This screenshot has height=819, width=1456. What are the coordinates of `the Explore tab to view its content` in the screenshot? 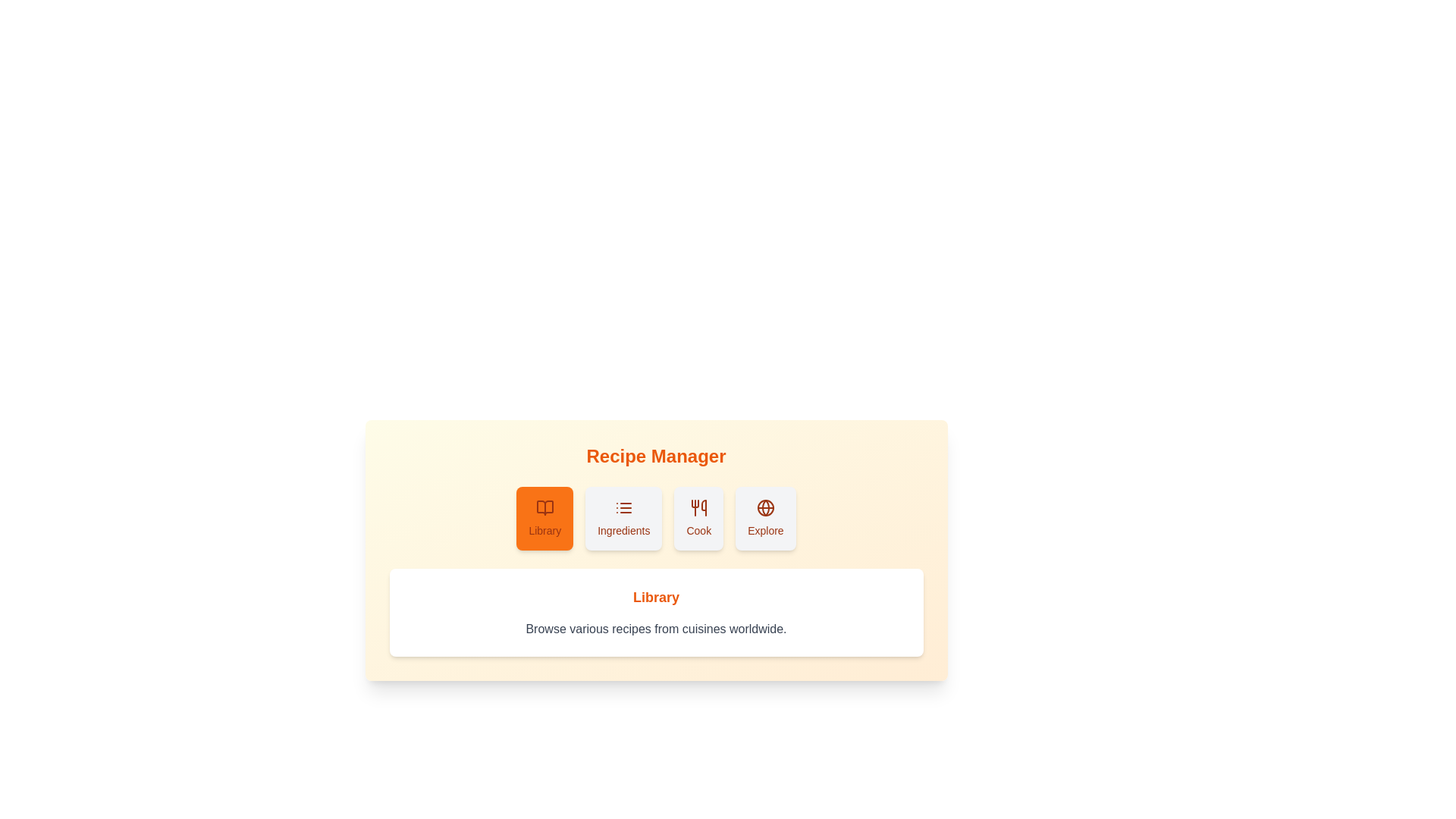 It's located at (764, 517).